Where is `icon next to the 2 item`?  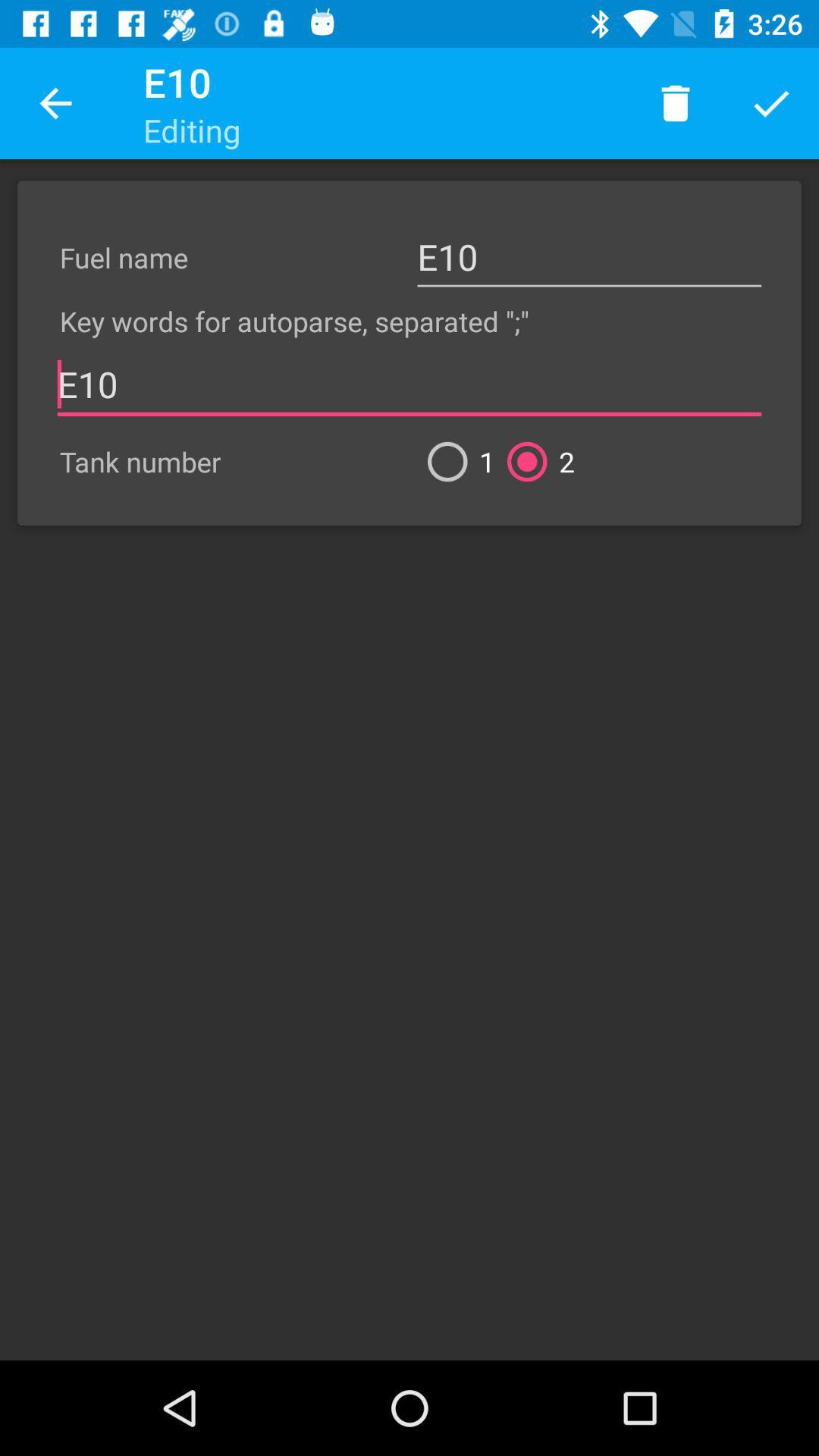 icon next to the 2 item is located at coordinates (454, 461).